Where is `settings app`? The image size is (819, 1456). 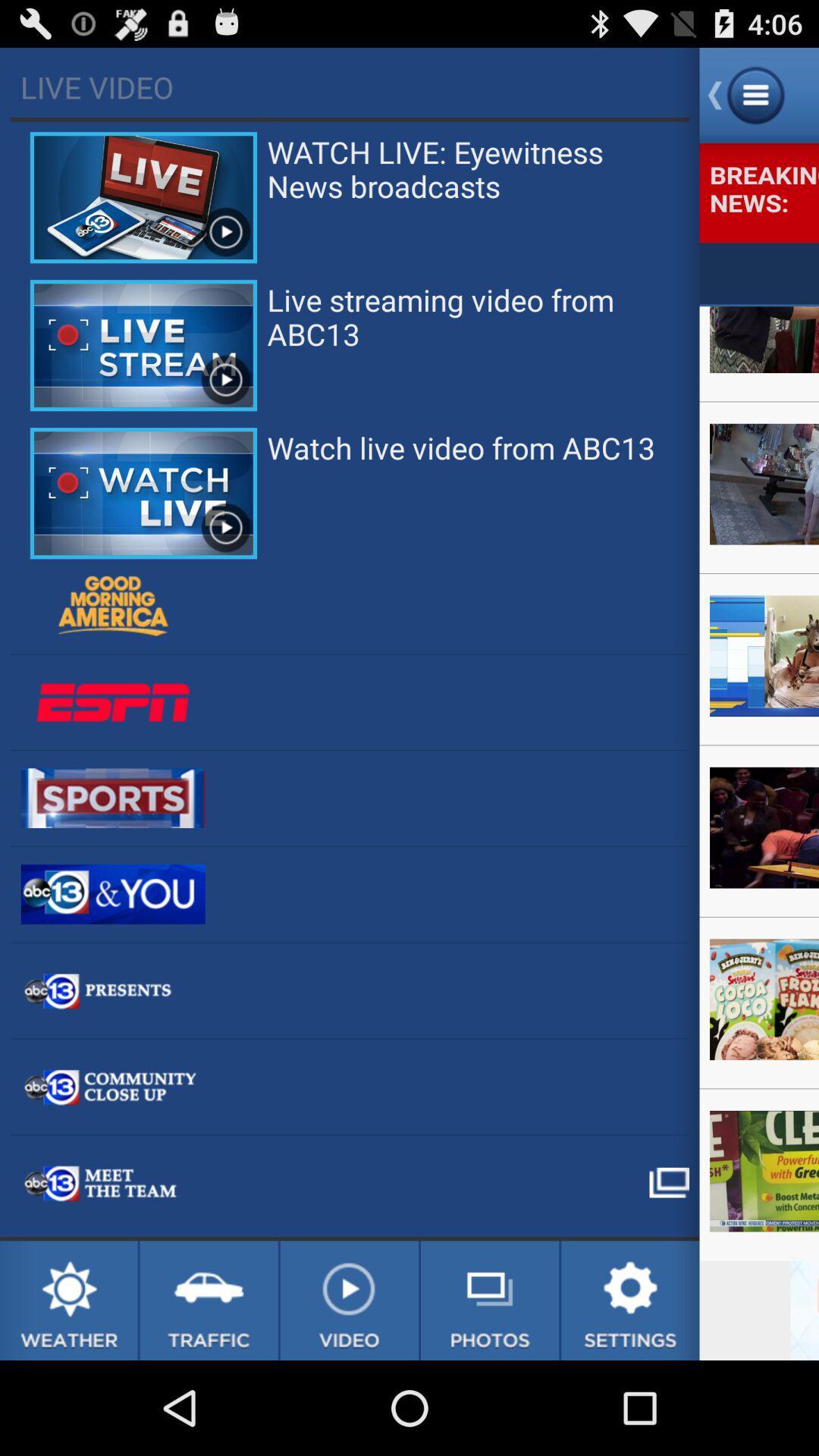 settings app is located at coordinates (630, 1300).